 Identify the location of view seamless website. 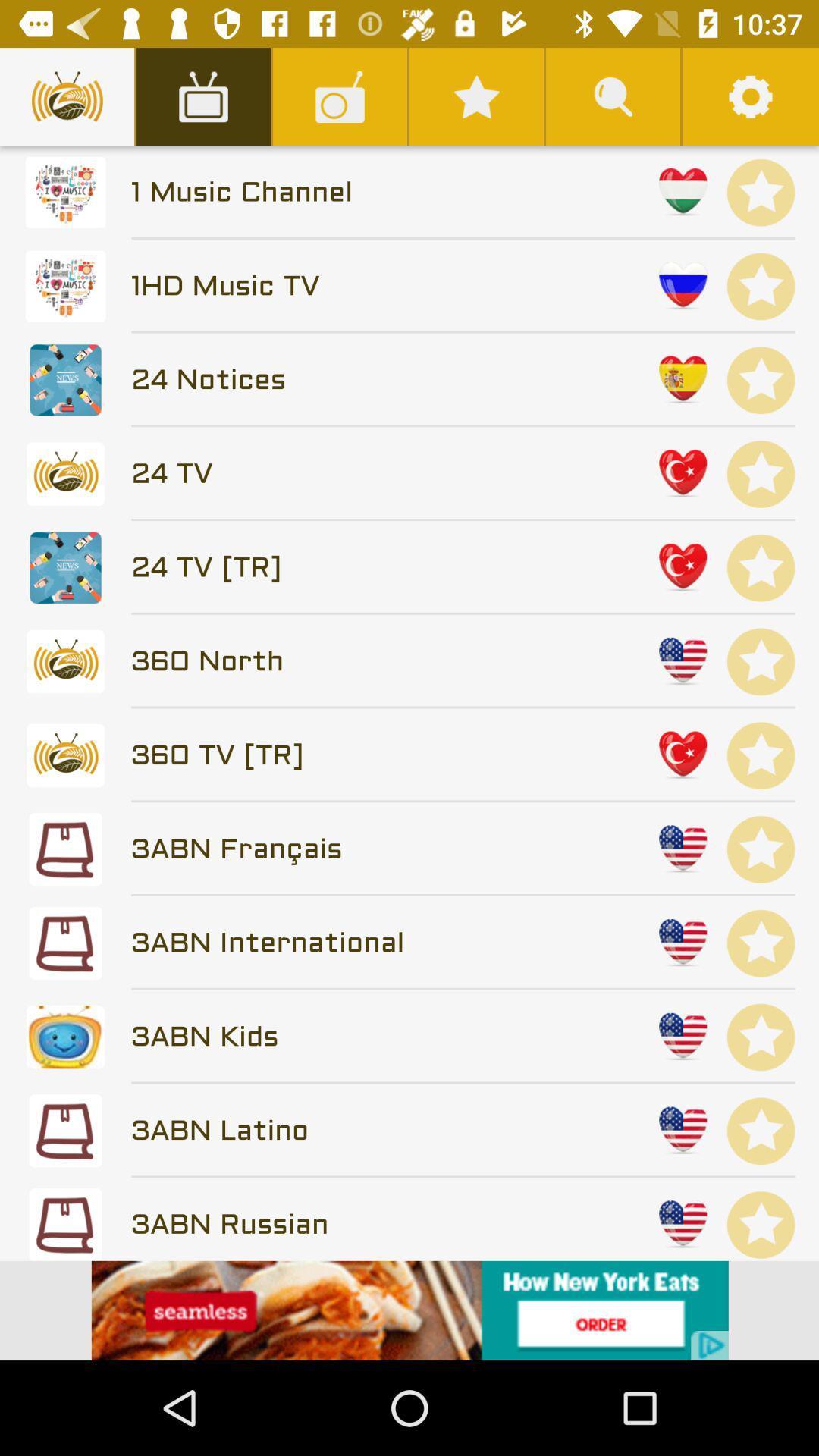
(409, 1310).